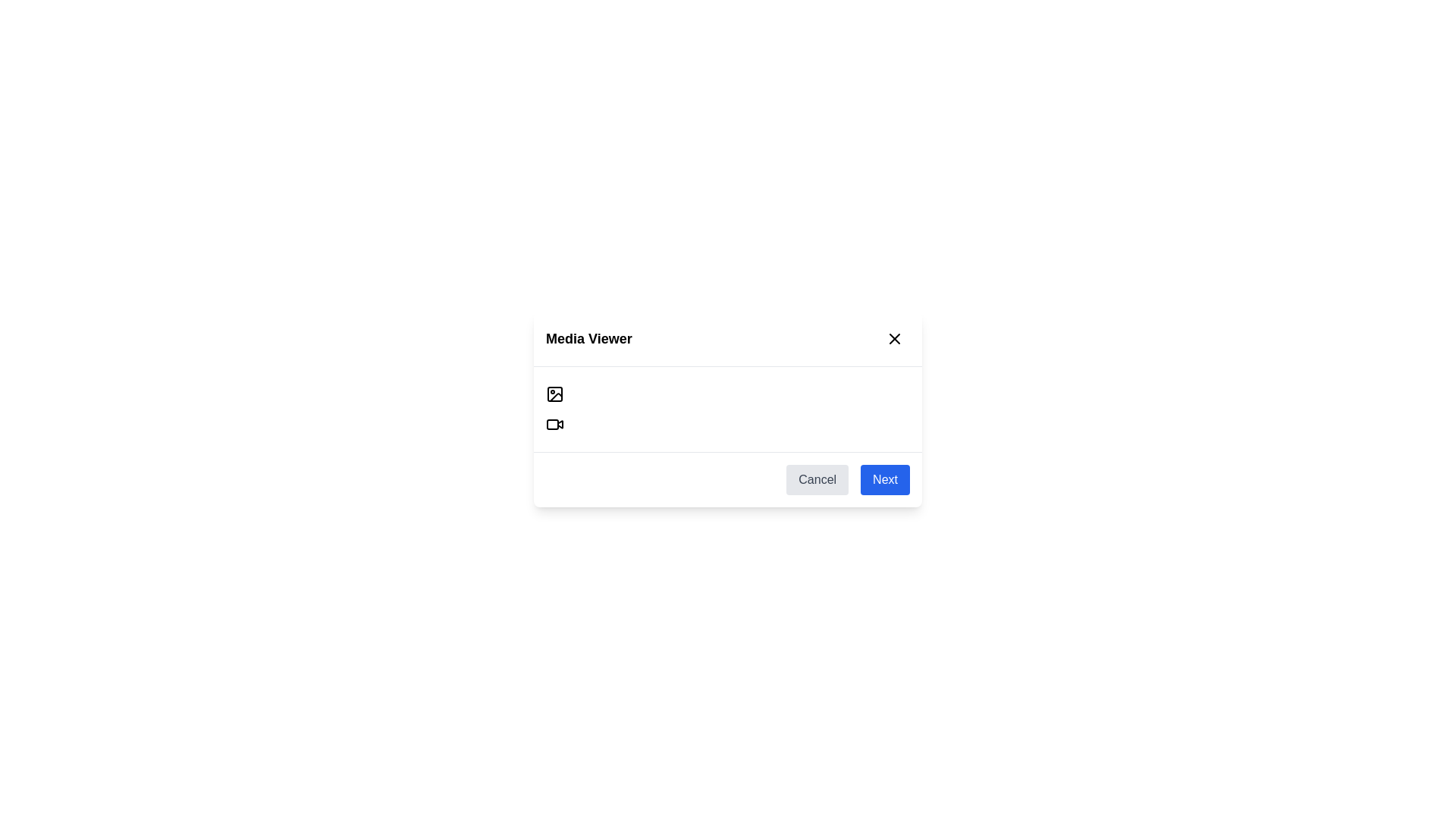 This screenshot has height=819, width=1456. I want to click on the 'Cancel' button with light gray background and rounded corners, located at the bottom-right of the 'Media Viewer' dialog box, so click(817, 479).